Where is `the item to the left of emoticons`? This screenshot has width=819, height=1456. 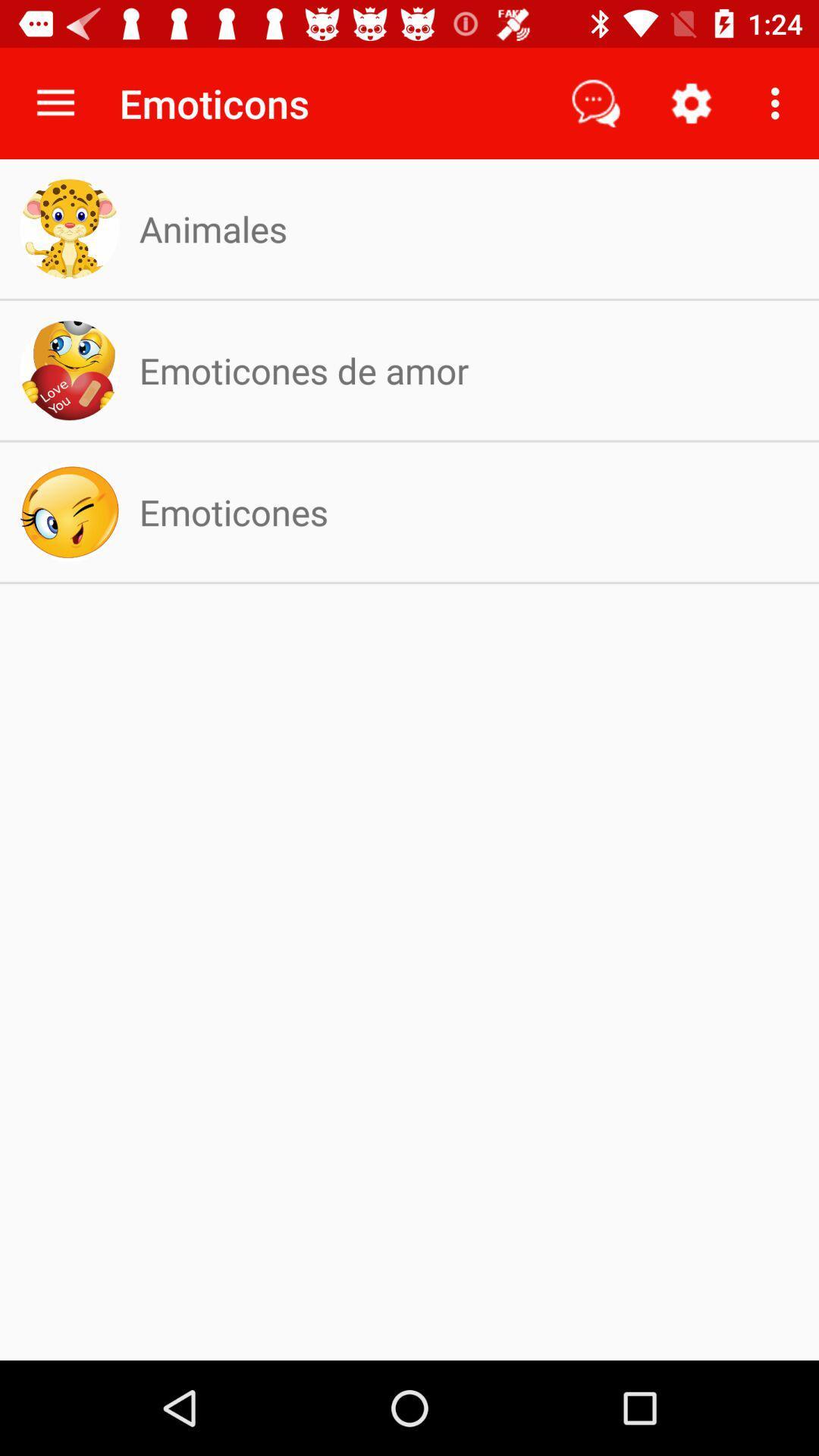
the item to the left of emoticons is located at coordinates (55, 102).